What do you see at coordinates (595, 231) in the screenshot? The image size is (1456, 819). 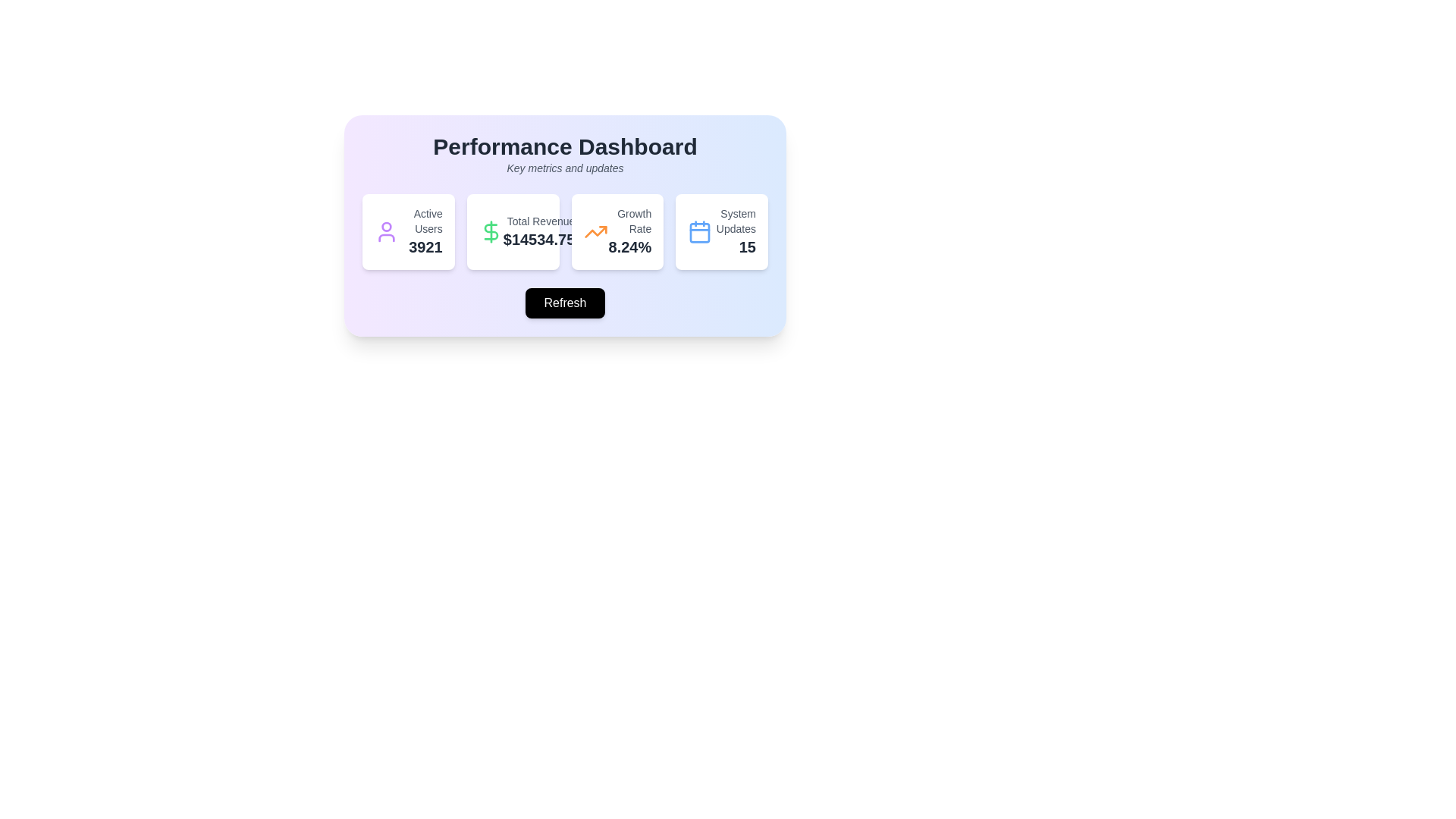 I see `the upward trending orange arrow graph icon located in the 'Growth Rate' summary card, positioned above the '8.24%' text` at bounding box center [595, 231].